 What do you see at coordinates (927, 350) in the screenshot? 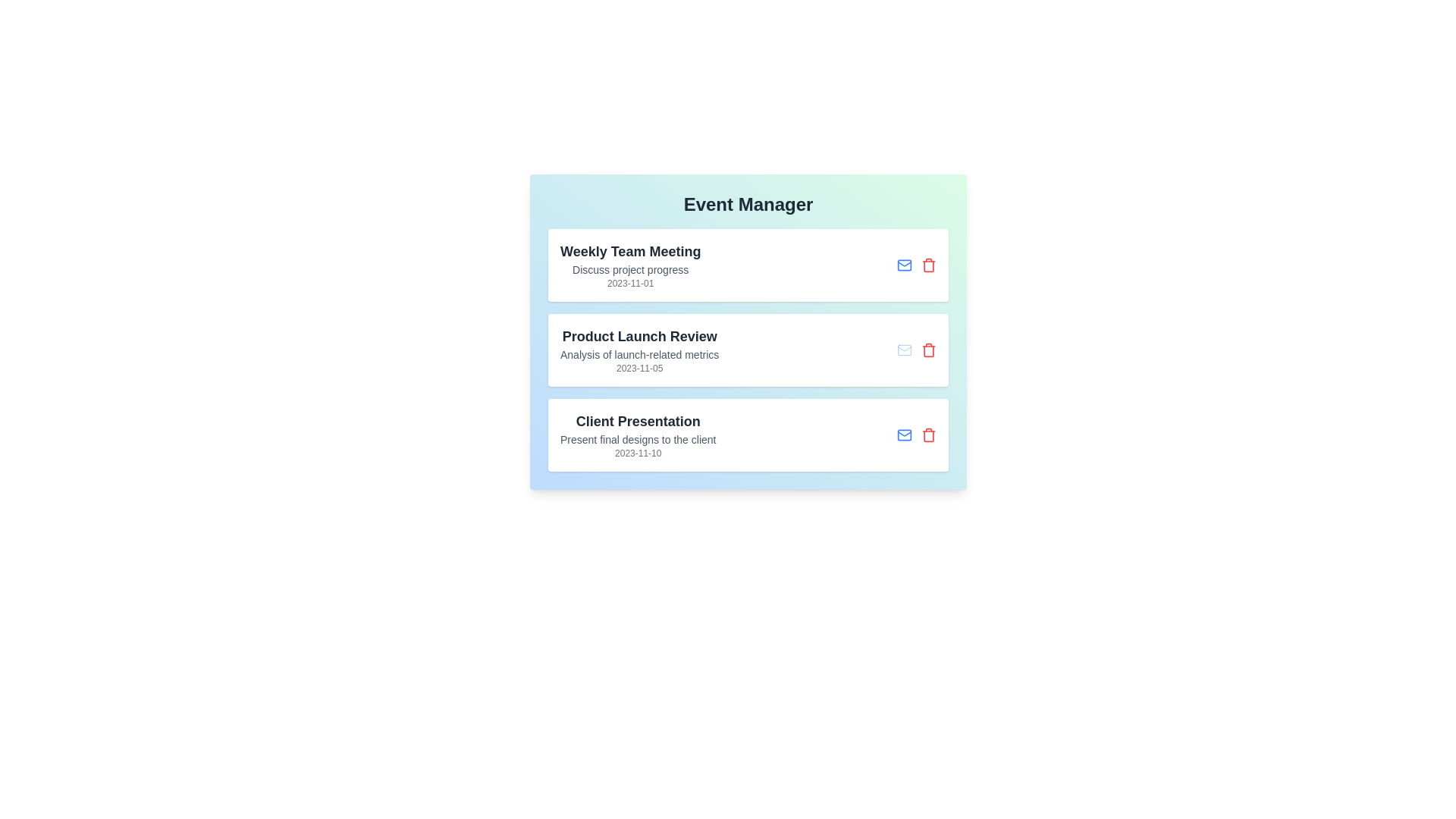
I see `the delete button associated with the event titled 'Product Launch Review'` at bounding box center [927, 350].